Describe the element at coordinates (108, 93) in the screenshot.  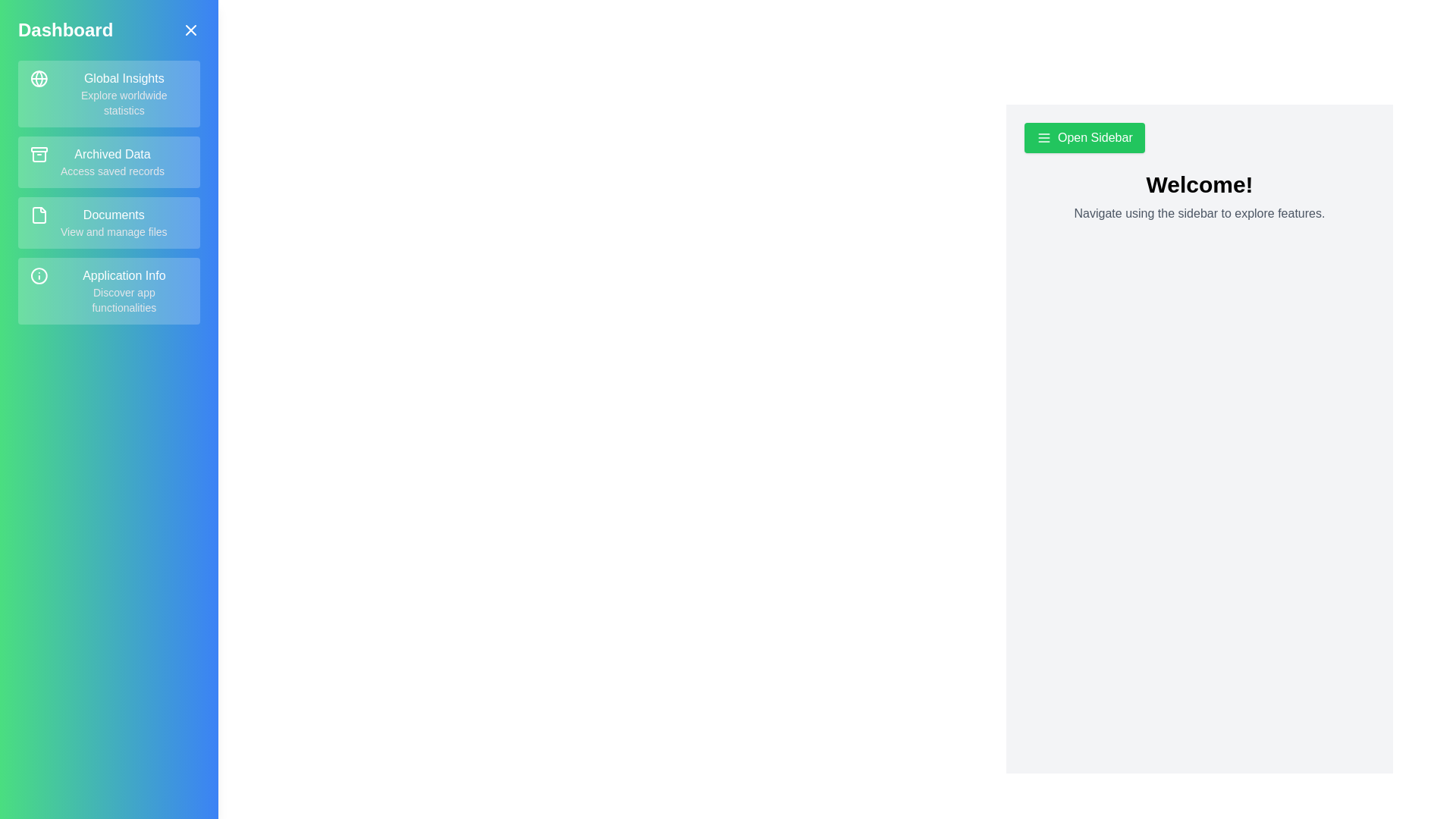
I see `the menu item Global Insights in the sidebar` at that location.